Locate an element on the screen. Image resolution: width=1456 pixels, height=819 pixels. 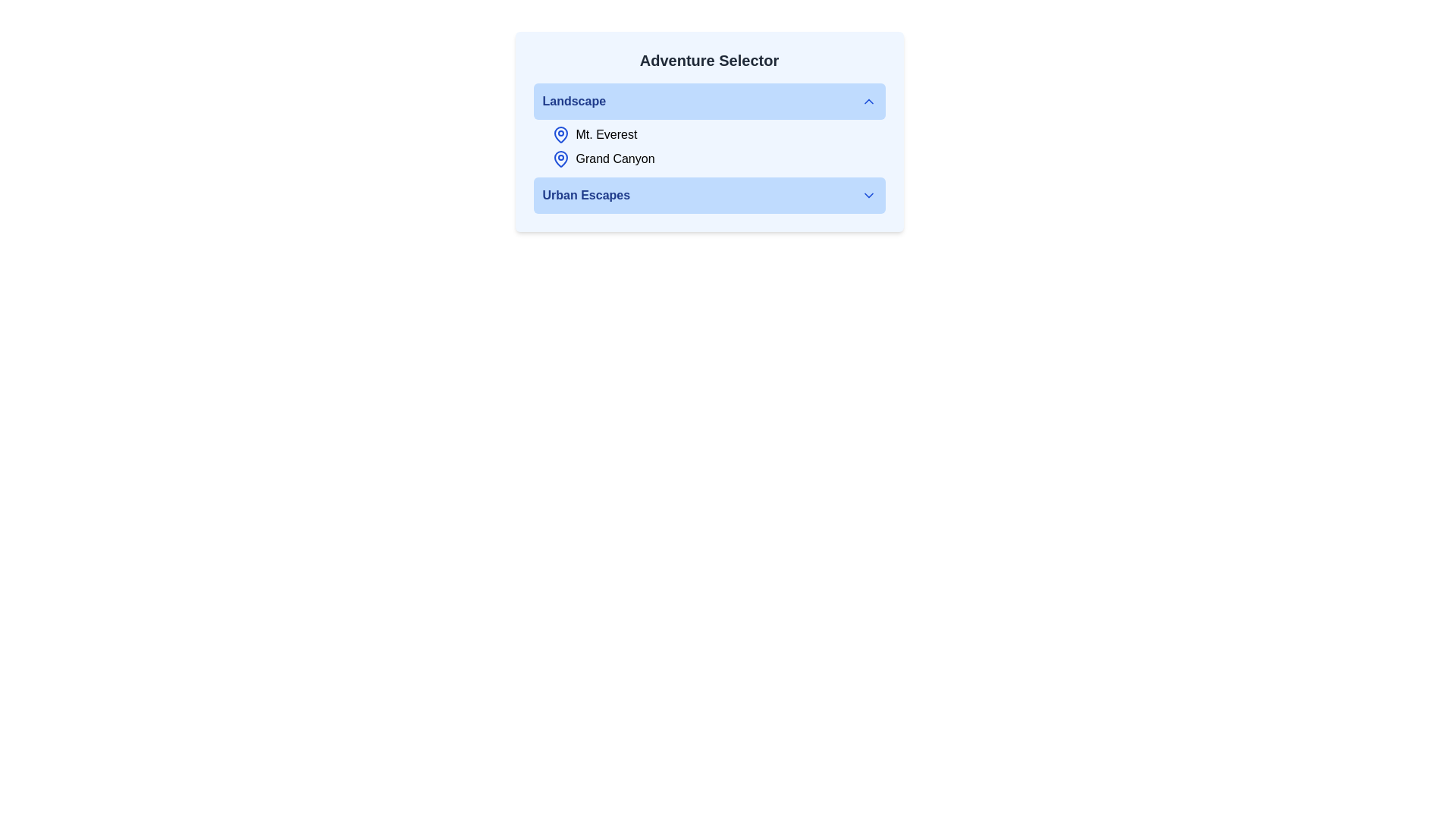
the 'Urban Escapes' button, which is a rectangular button with a light blue background and is located at the bottom of the 'Adventure Selector' module, below the 'Grand Canyon' option is located at coordinates (708, 195).